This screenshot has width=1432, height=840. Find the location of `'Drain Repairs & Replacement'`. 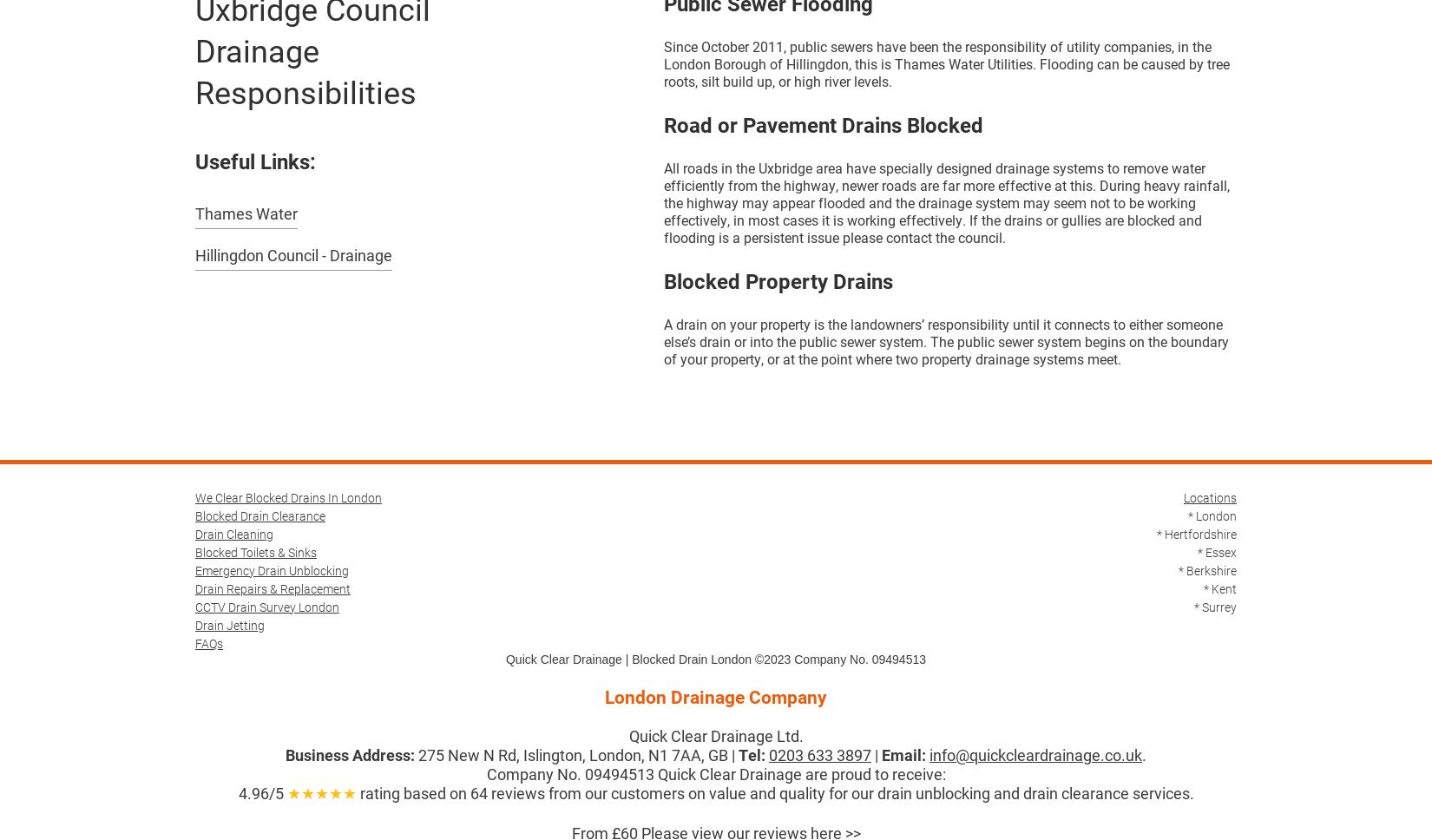

'Drain Repairs & Replacement' is located at coordinates (195, 587).